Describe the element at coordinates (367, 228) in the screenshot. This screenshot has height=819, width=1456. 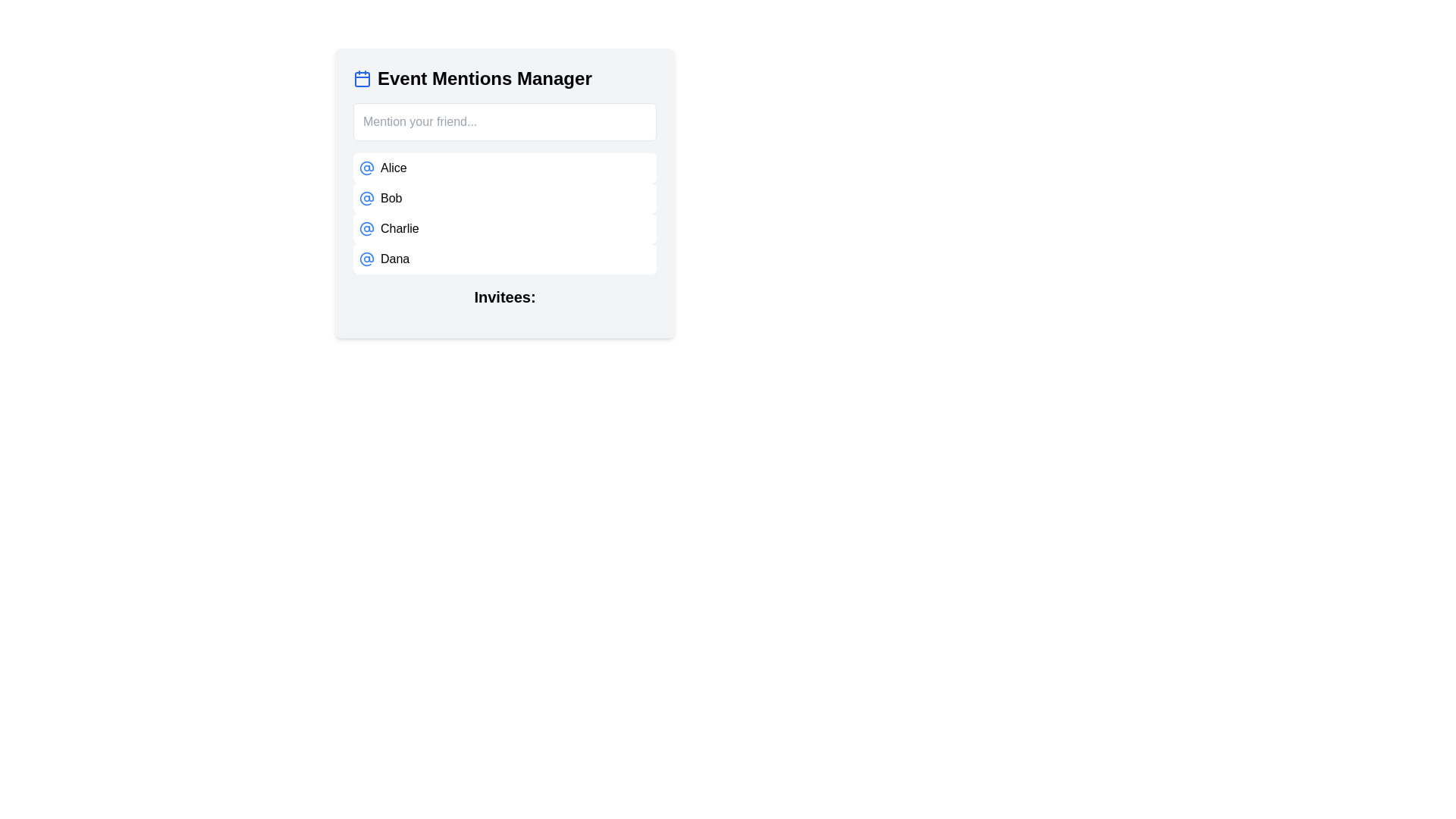
I see `the '@' icon next to the entry labeled 'Charlie' in the invitee list, which is the third icon in a vertical list of '@' icons` at that location.